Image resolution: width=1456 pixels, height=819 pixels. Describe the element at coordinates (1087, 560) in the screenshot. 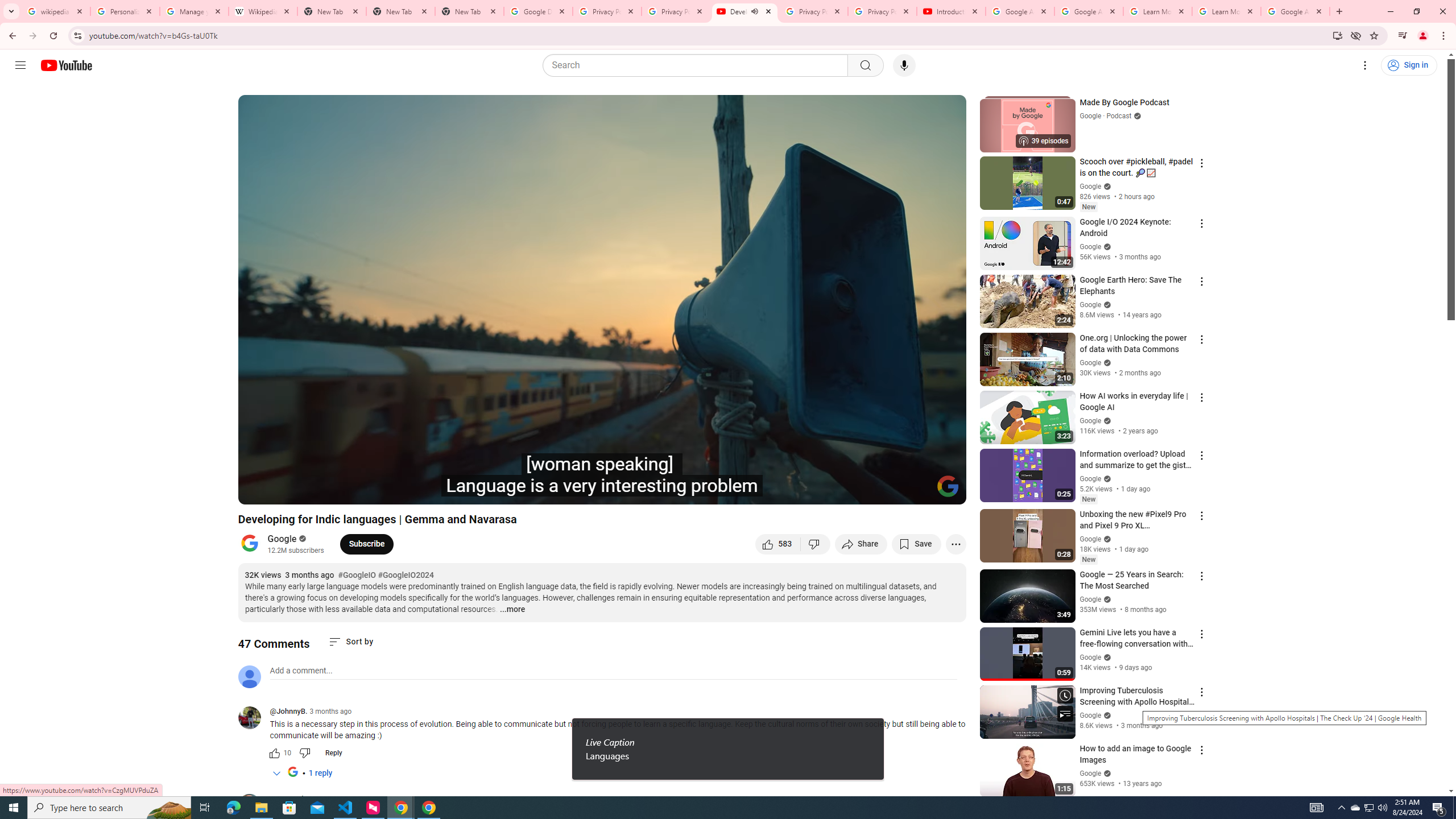

I see `'New'` at that location.